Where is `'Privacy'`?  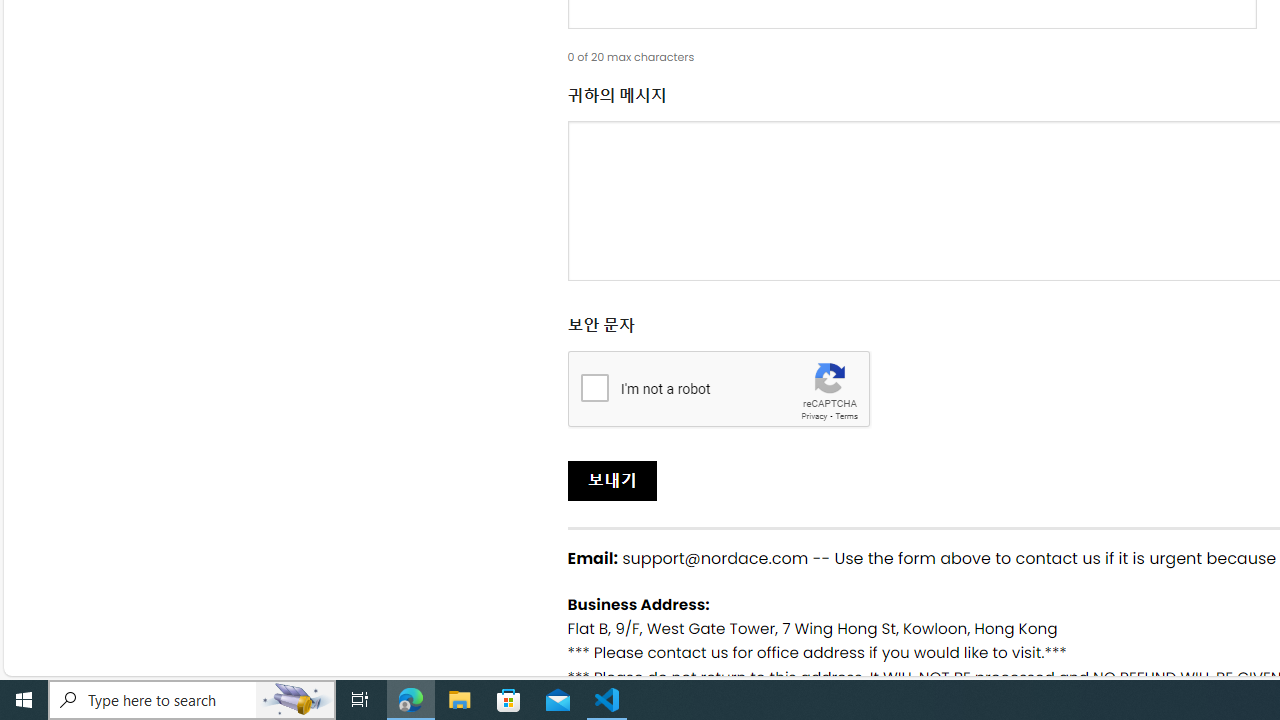
'Privacy' is located at coordinates (814, 415).